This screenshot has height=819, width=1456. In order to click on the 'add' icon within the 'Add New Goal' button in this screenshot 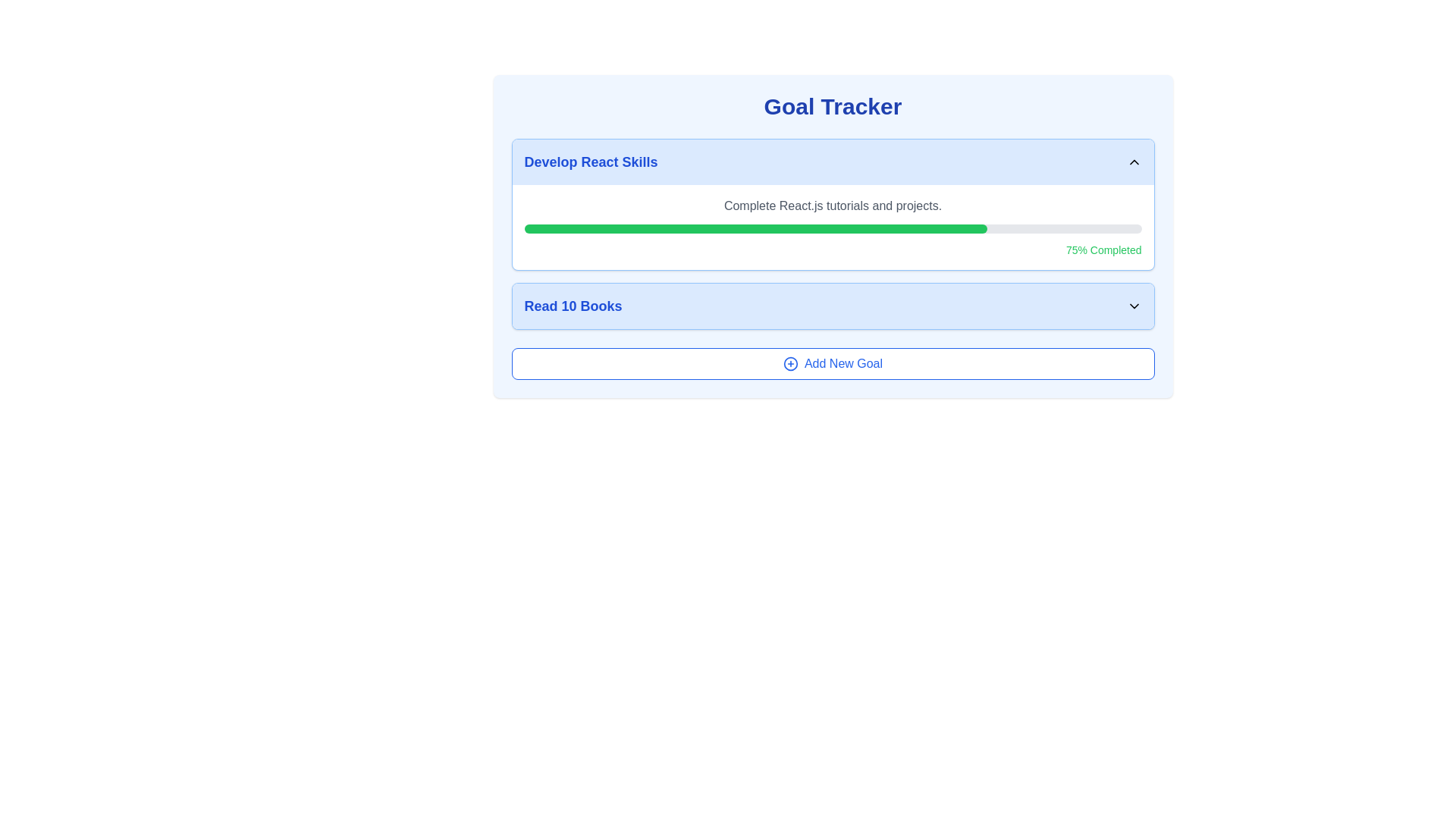, I will do `click(789, 363)`.